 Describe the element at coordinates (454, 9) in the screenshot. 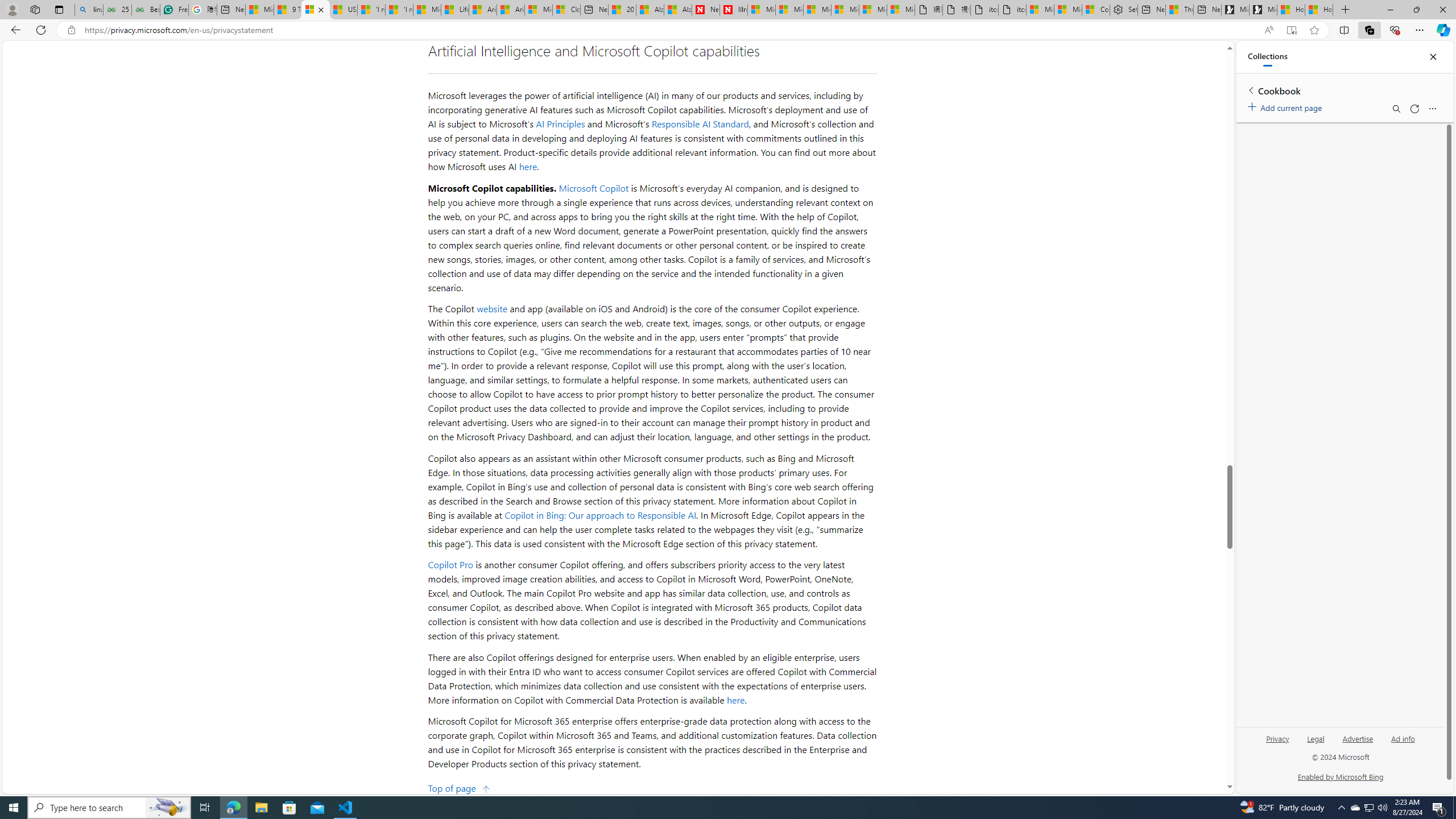

I see `'Lifestyle - MSN'` at that location.